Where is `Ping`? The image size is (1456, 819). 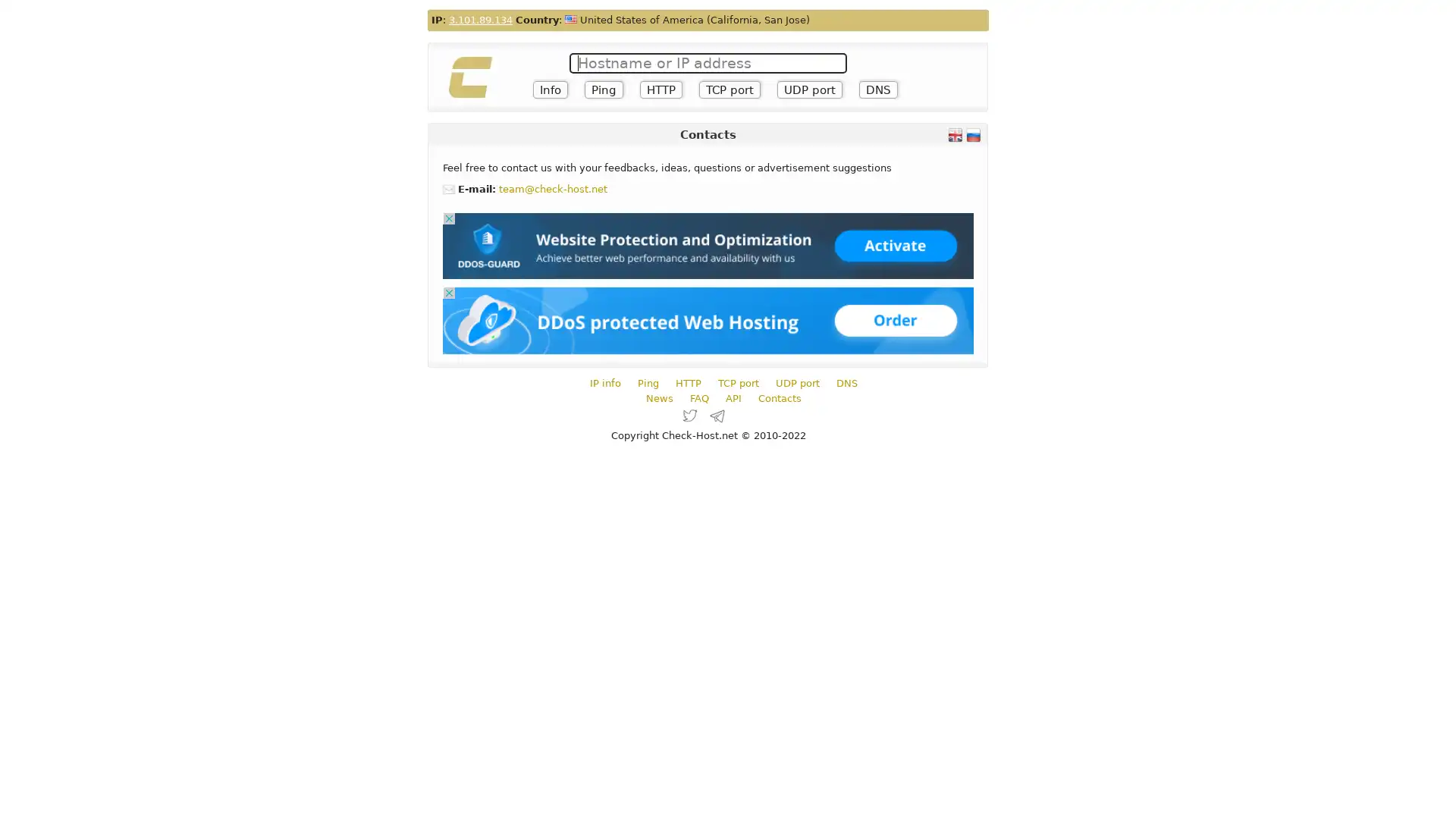 Ping is located at coordinates (602, 89).